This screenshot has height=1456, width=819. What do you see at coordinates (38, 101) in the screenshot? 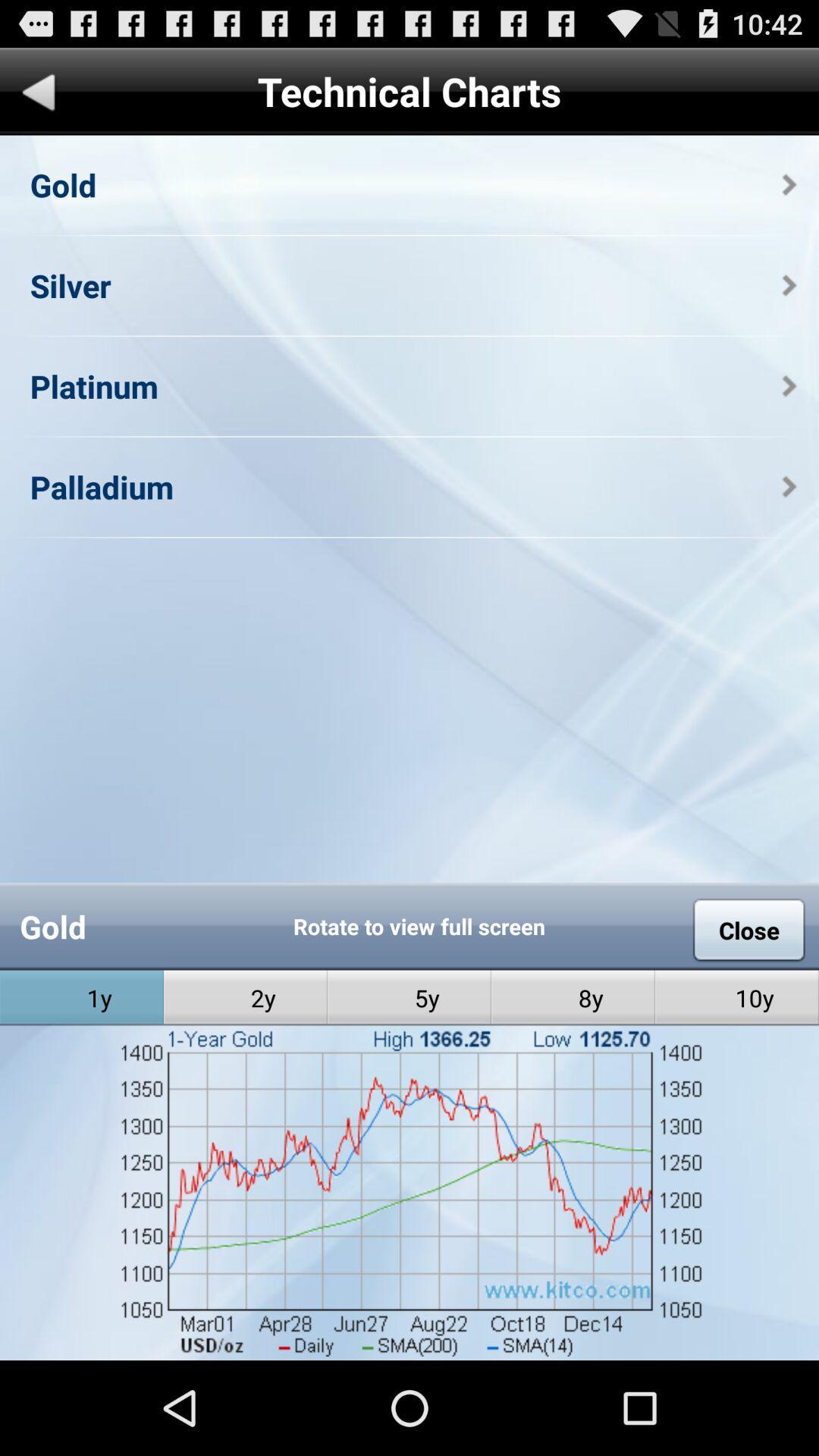
I see `the arrow_backward icon` at bounding box center [38, 101].